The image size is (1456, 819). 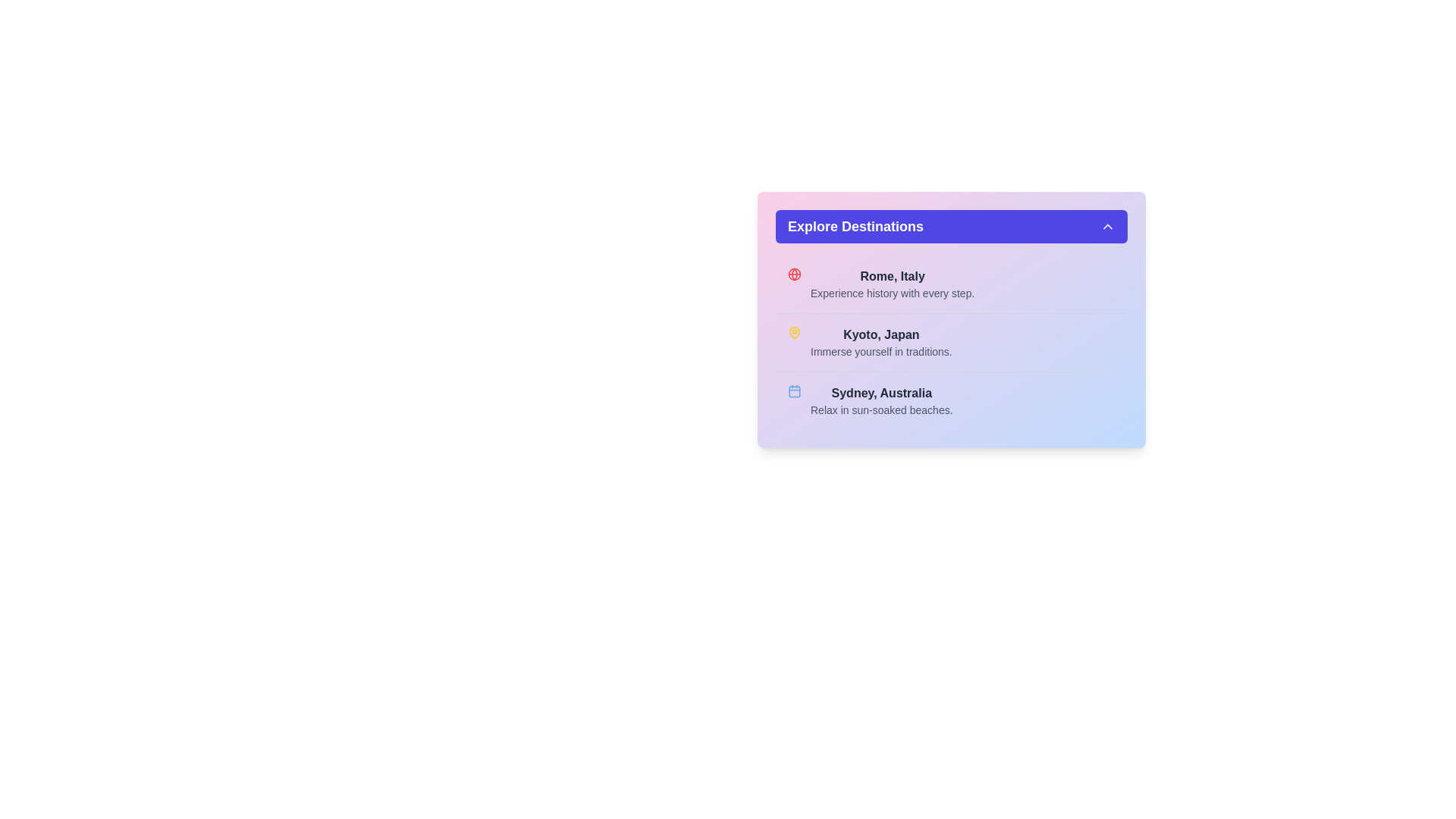 What do you see at coordinates (793, 275) in the screenshot?
I see `globe icon represented by a circular SVG element, which is centered at the coordinates provided` at bounding box center [793, 275].